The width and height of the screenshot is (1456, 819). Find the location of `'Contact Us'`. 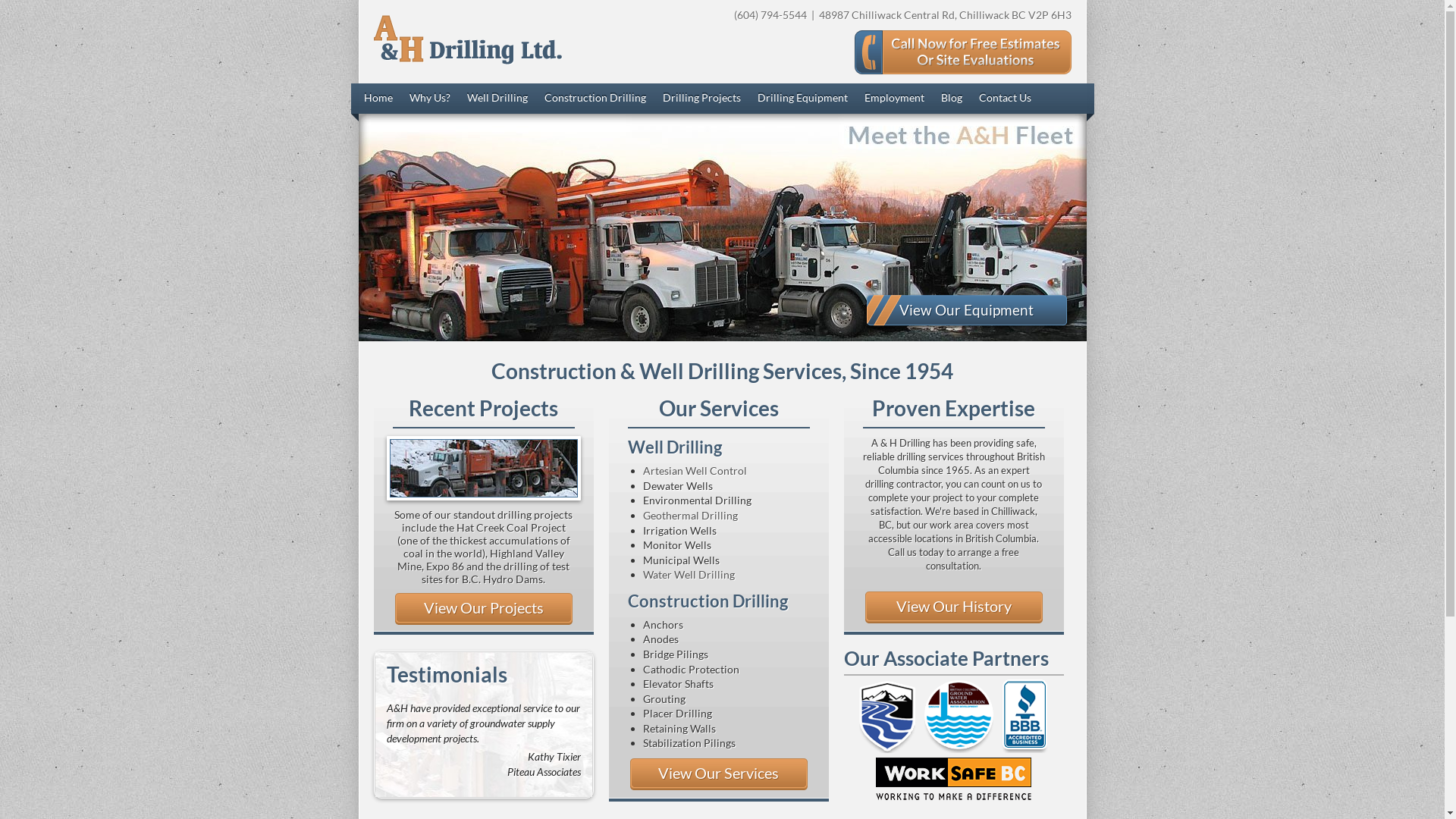

'Contact Us' is located at coordinates (1004, 99).